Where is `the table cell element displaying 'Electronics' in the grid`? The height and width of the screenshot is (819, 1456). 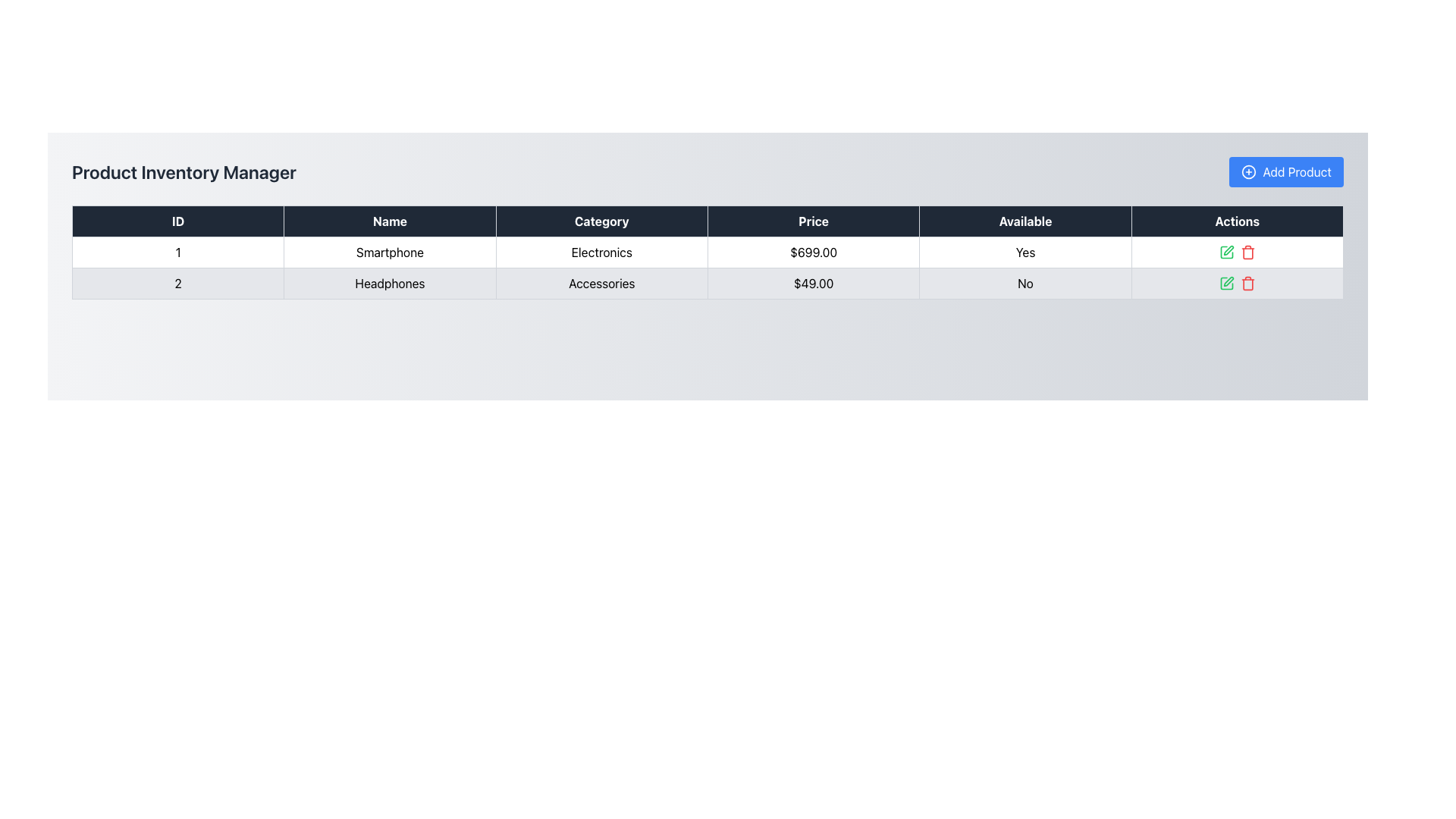 the table cell element displaying 'Electronics' in the grid is located at coordinates (601, 251).